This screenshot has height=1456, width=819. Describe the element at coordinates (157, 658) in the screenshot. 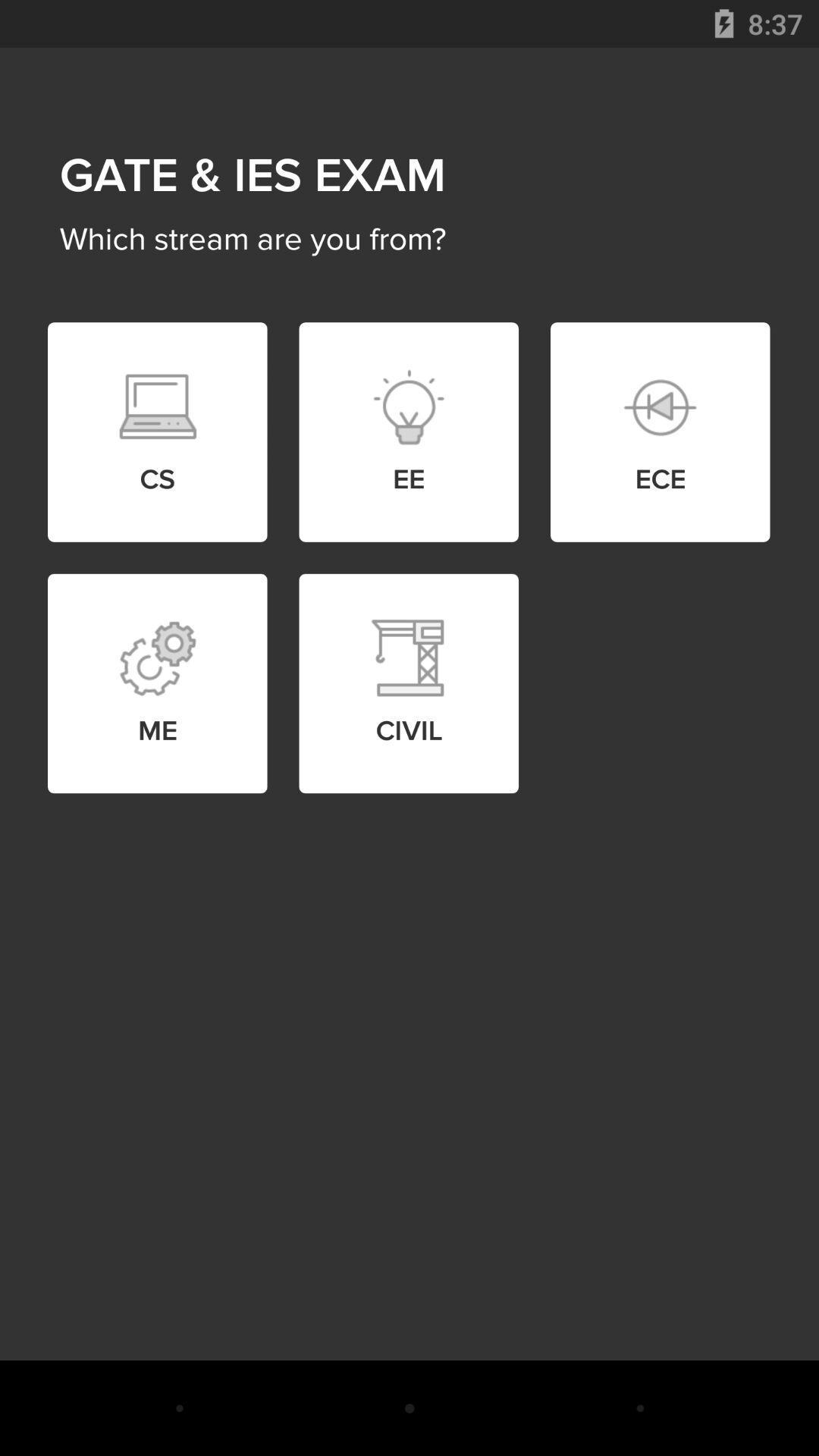

I see `me` at that location.